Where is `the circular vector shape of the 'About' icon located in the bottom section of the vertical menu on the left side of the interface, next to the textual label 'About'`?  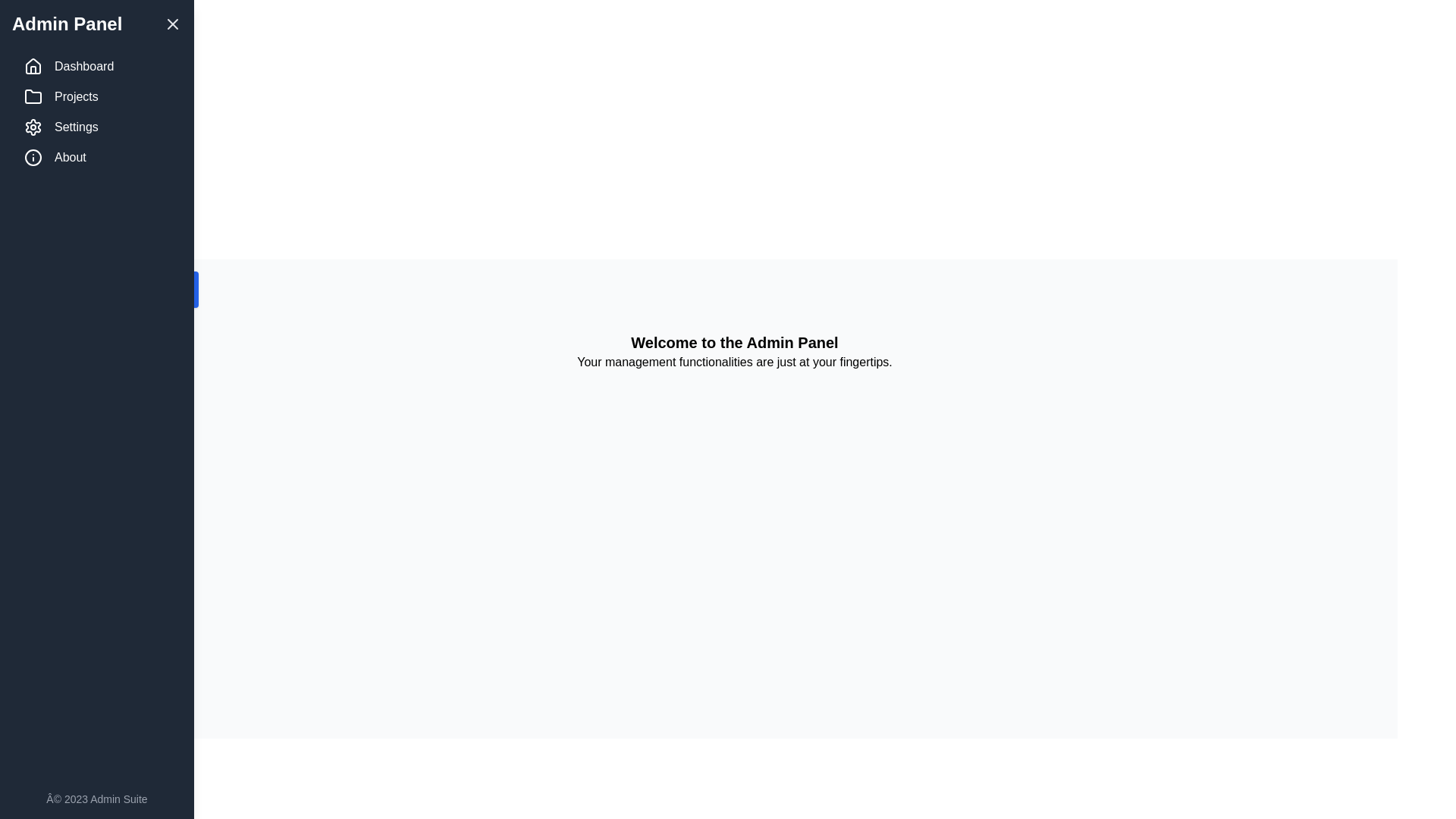
the circular vector shape of the 'About' icon located in the bottom section of the vertical menu on the left side of the interface, next to the textual label 'About' is located at coordinates (33, 158).